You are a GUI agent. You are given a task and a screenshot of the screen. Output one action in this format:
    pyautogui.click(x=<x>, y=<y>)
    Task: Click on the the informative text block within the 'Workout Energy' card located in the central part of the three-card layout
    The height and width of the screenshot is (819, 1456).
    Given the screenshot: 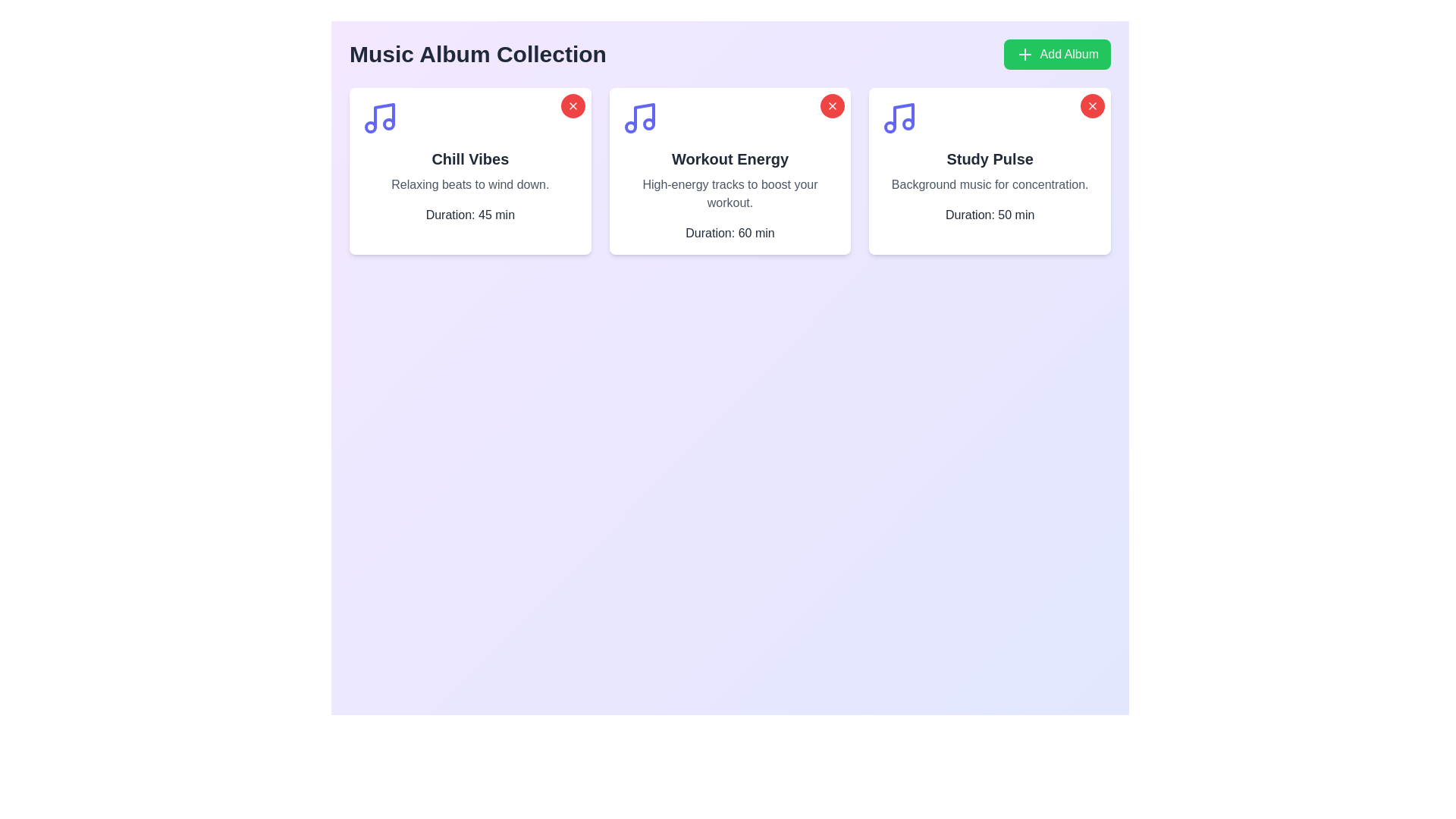 What is the action you would take?
    pyautogui.click(x=730, y=193)
    